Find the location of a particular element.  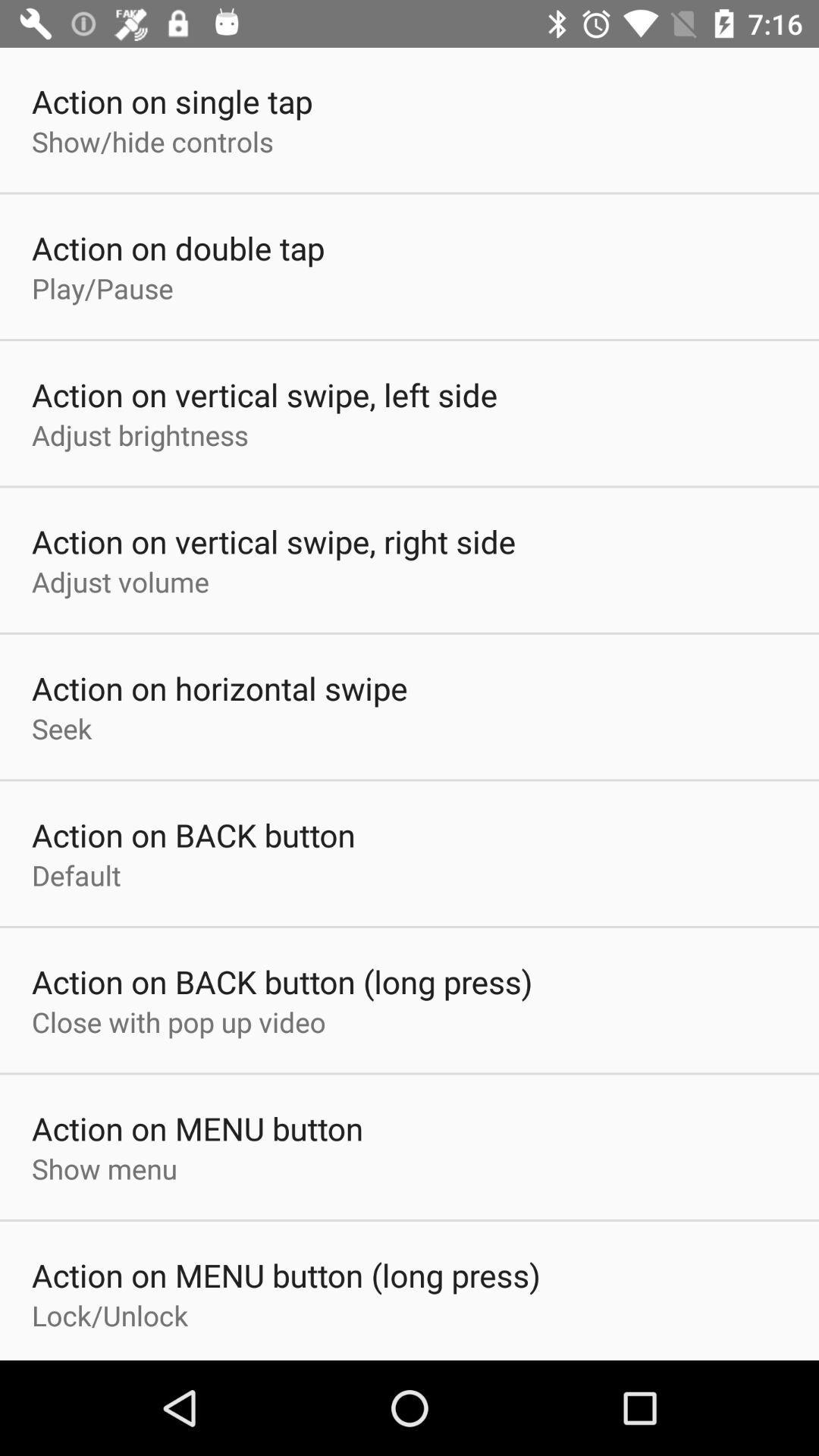

seek app is located at coordinates (61, 728).